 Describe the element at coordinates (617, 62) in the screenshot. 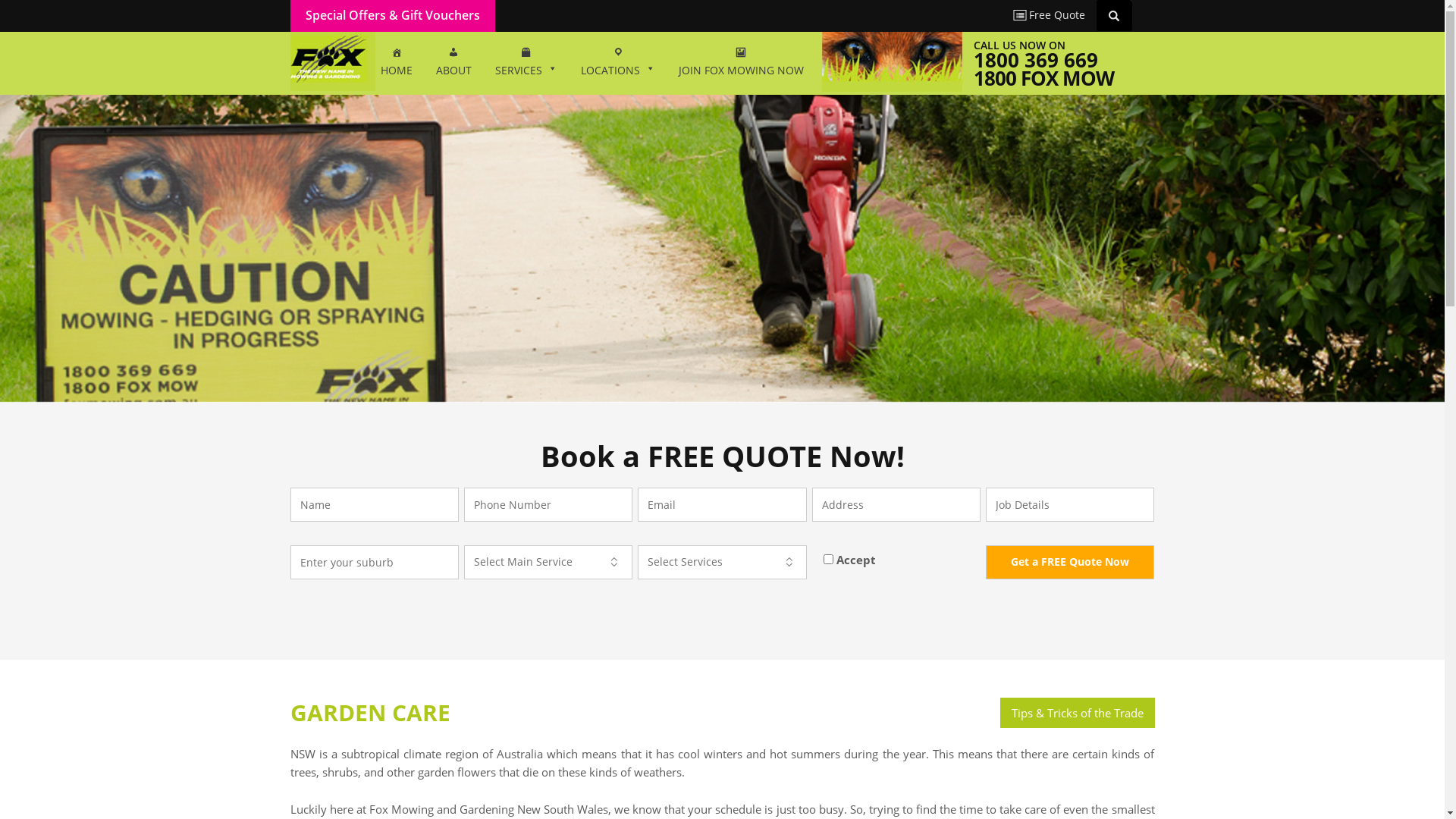

I see `'LOCATIONS'` at that location.